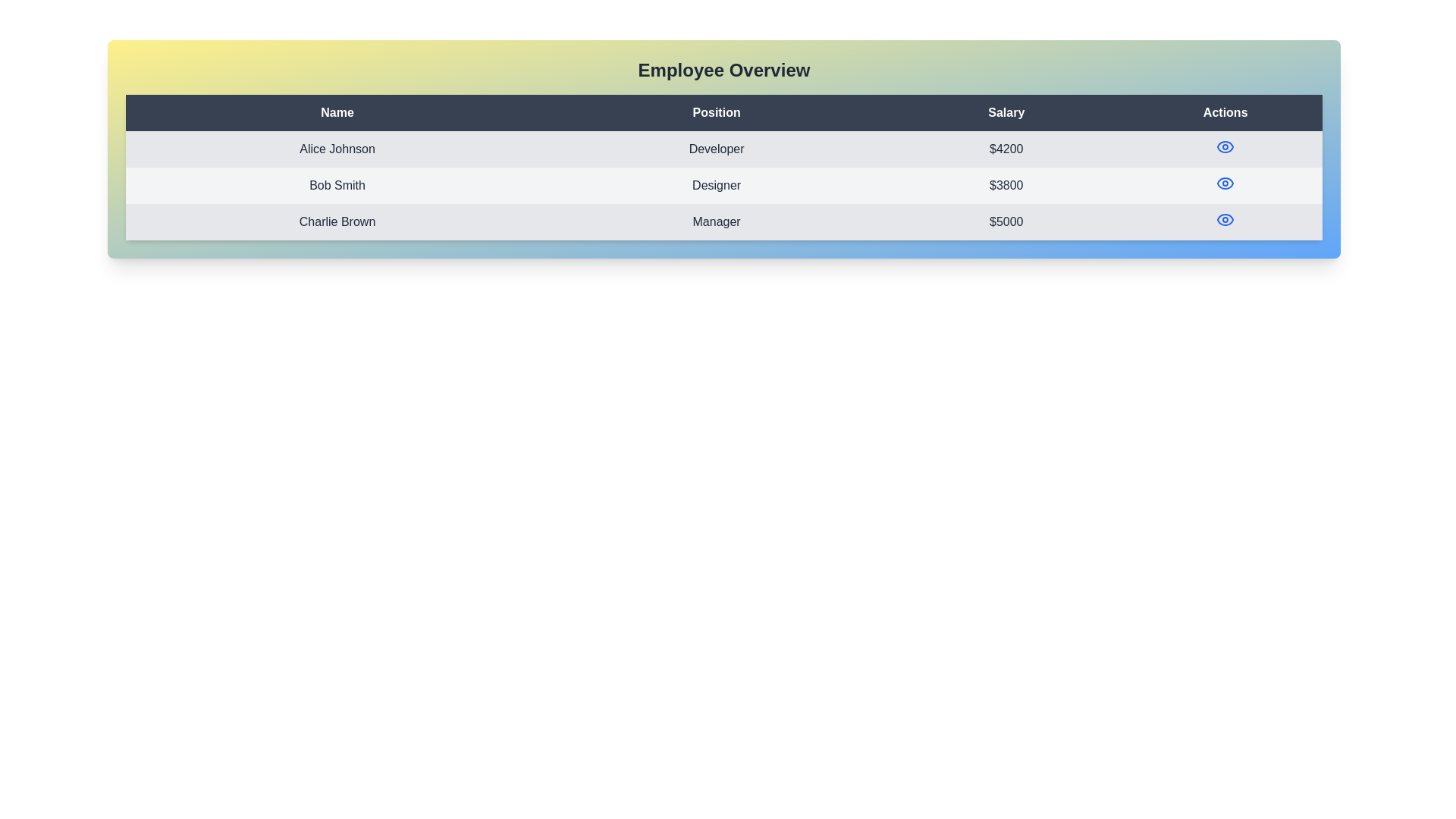  What do you see at coordinates (723, 185) in the screenshot?
I see `the second row of the Employee Overview table containing 'Bob Smith', 'Designer', and '$3800'` at bounding box center [723, 185].